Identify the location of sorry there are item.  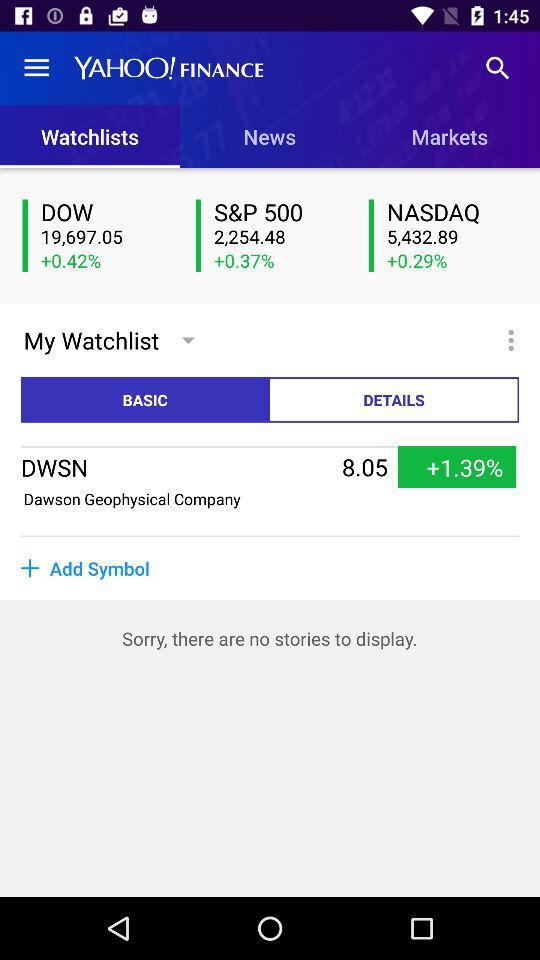
(269, 637).